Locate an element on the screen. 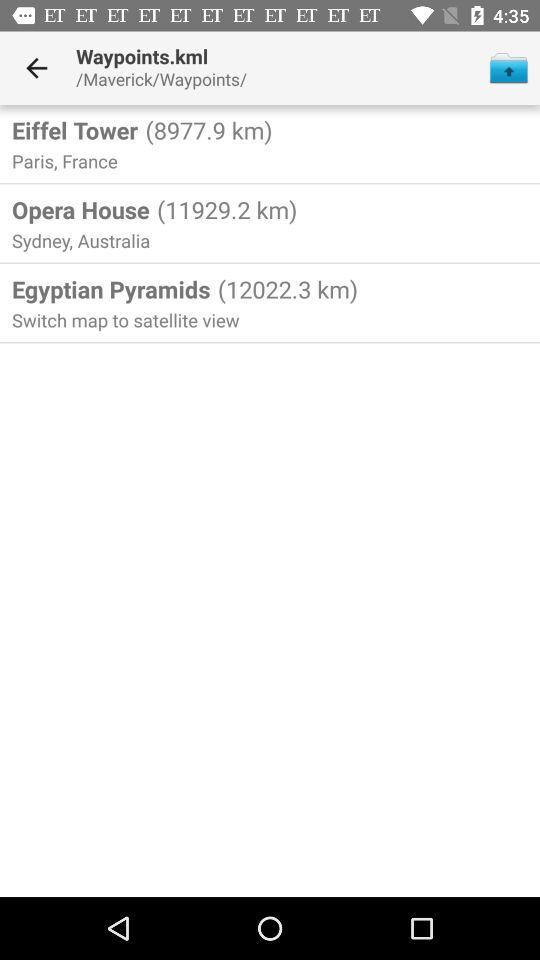  icon next to  (11929.2 km) is located at coordinates (79, 209).